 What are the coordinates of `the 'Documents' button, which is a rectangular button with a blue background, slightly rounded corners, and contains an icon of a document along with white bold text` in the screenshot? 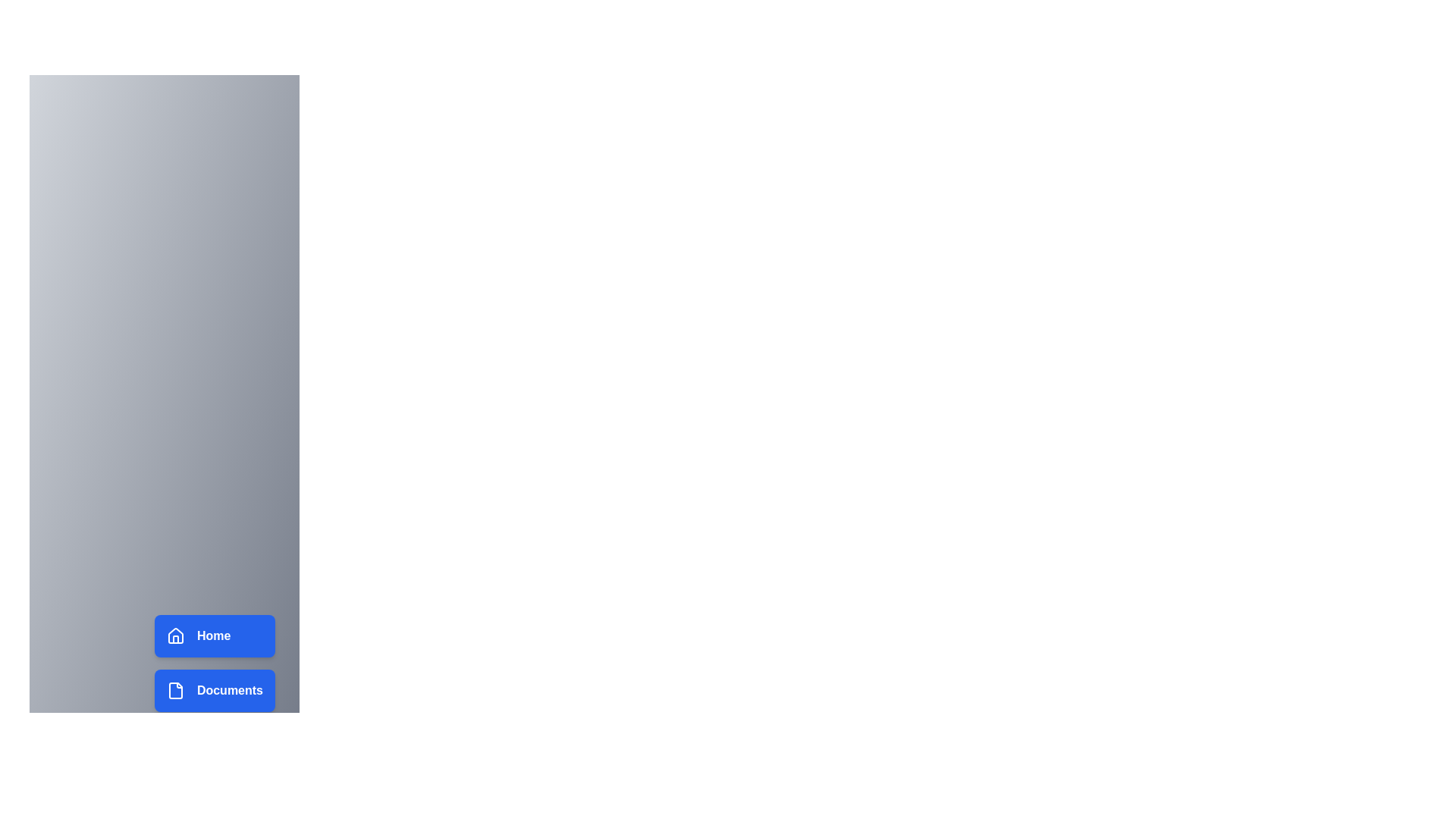 It's located at (214, 690).